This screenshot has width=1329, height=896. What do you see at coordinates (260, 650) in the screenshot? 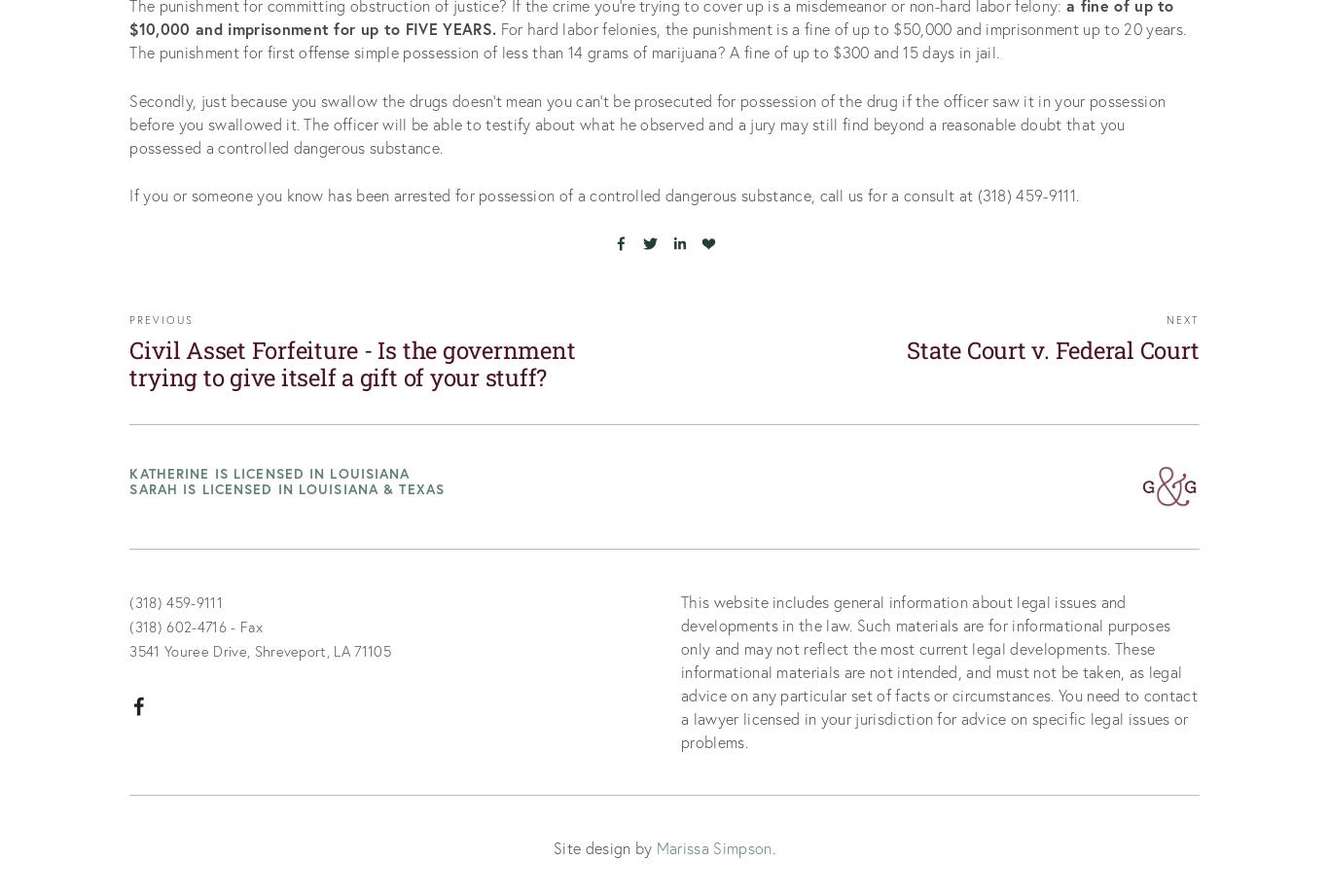
I see `'3541 Youree Drive, Shreveport, LA 71105'` at bounding box center [260, 650].